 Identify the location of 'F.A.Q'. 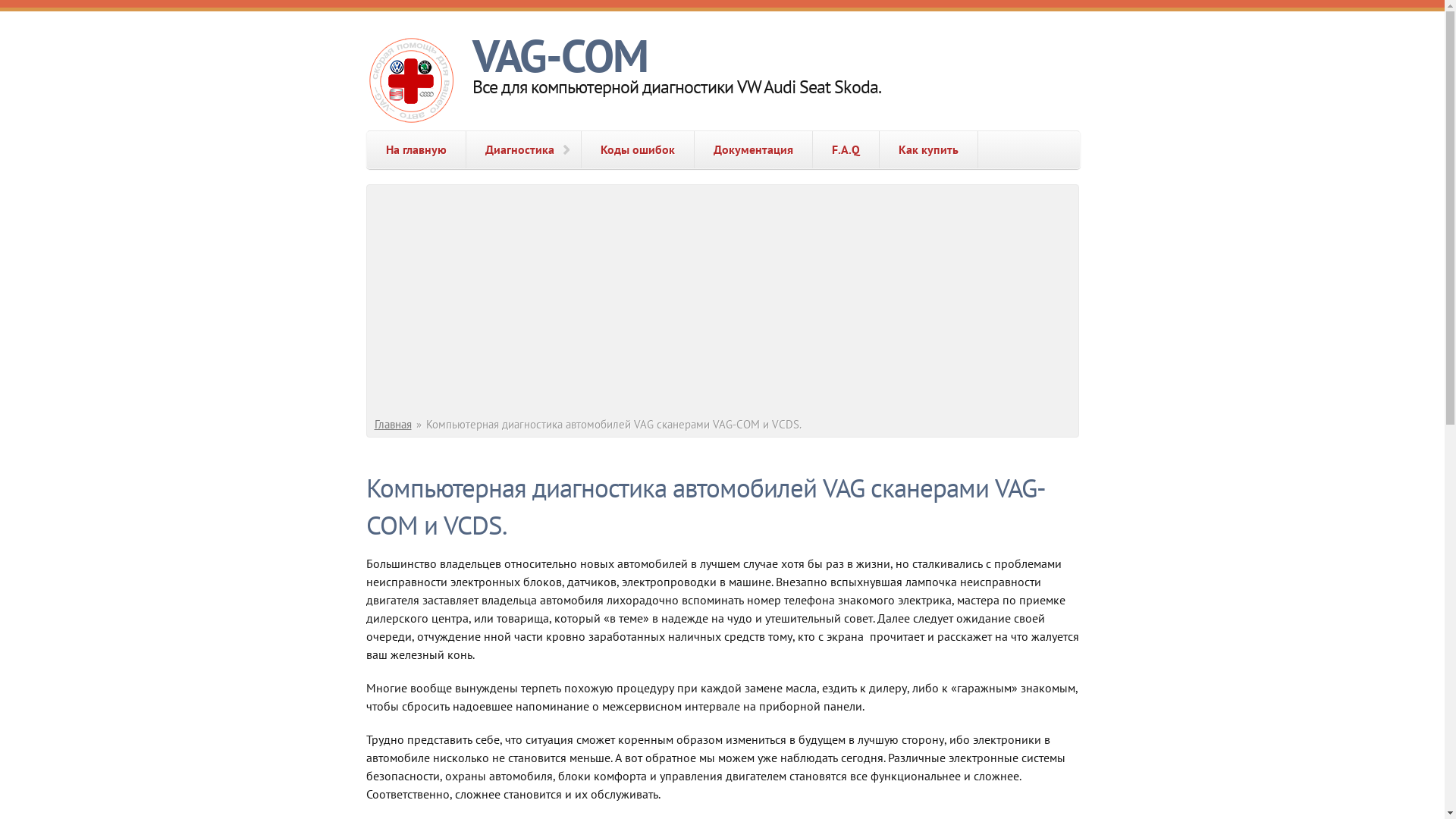
(845, 149).